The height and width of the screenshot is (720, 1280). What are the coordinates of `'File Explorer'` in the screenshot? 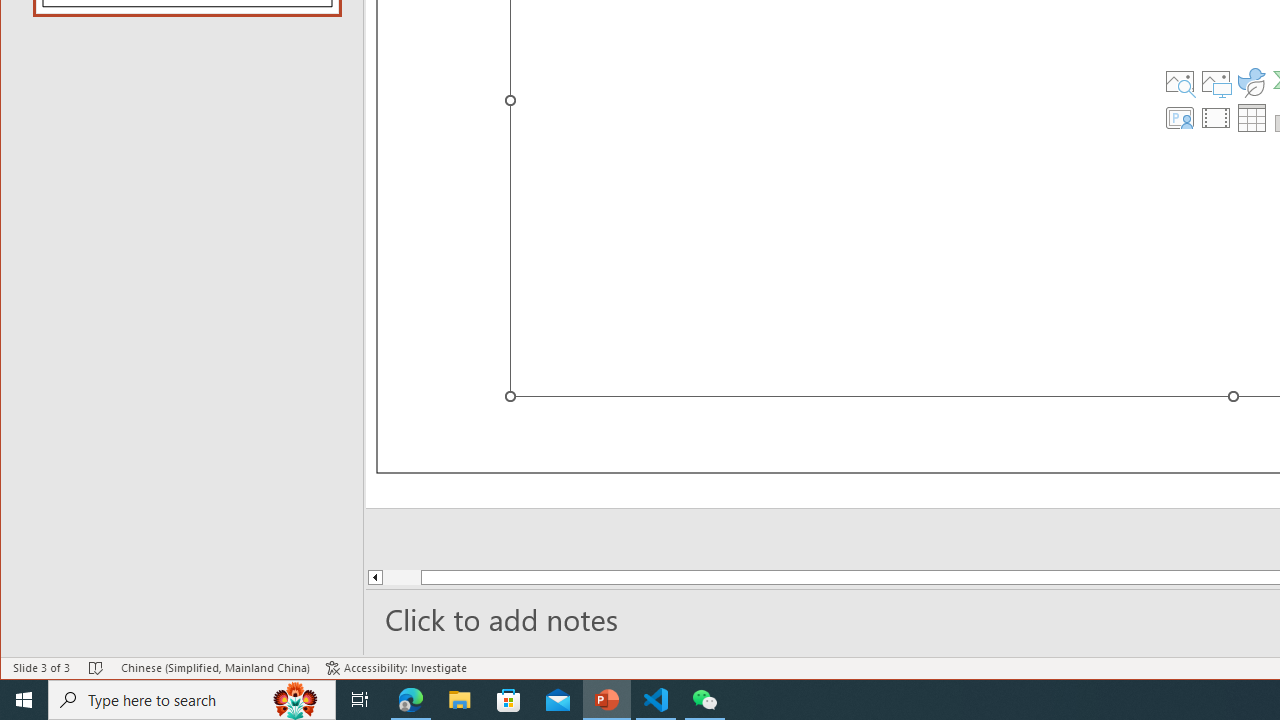 It's located at (459, 698).